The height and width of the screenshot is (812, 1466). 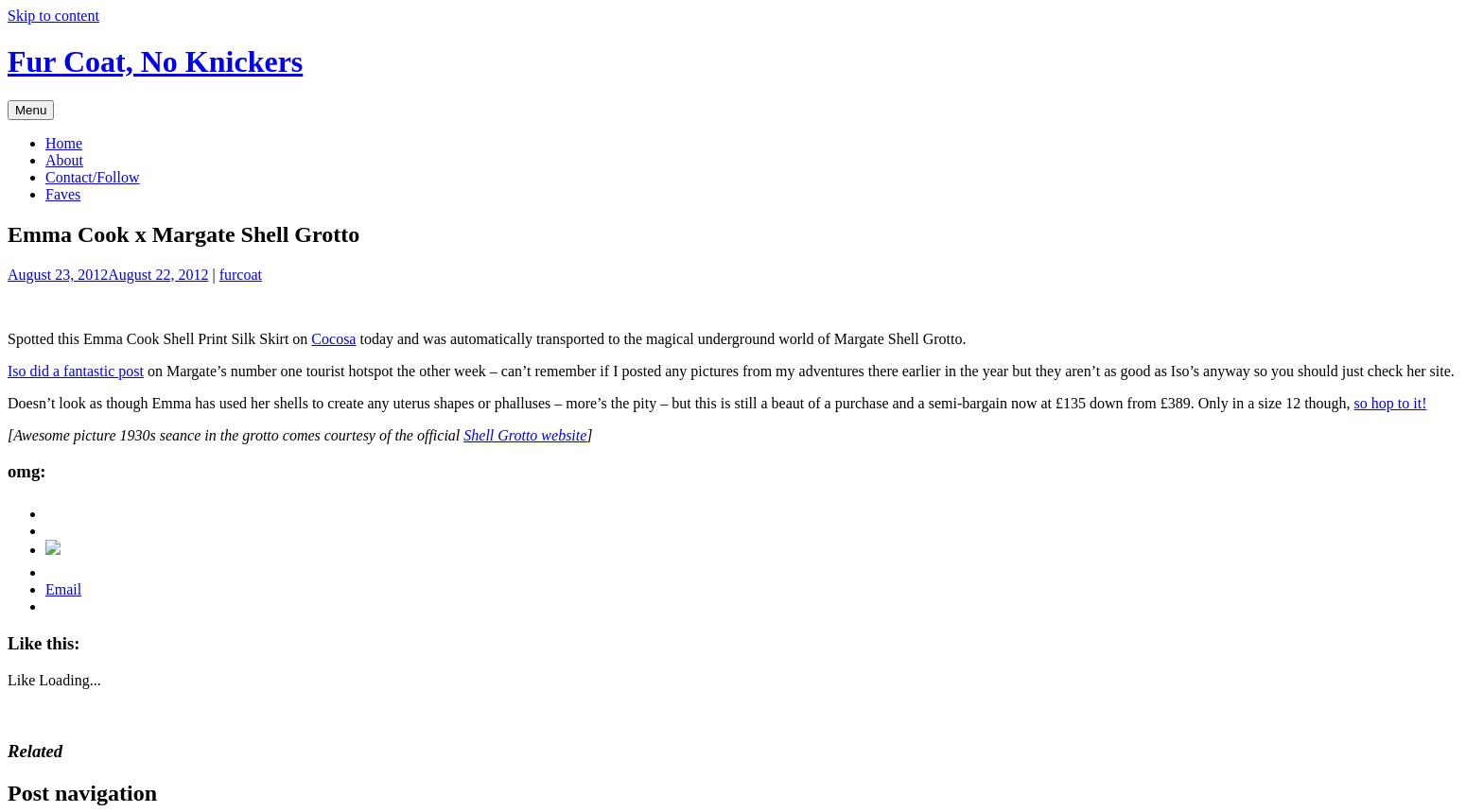 I want to click on 'so hop to it!', so click(x=1388, y=402).